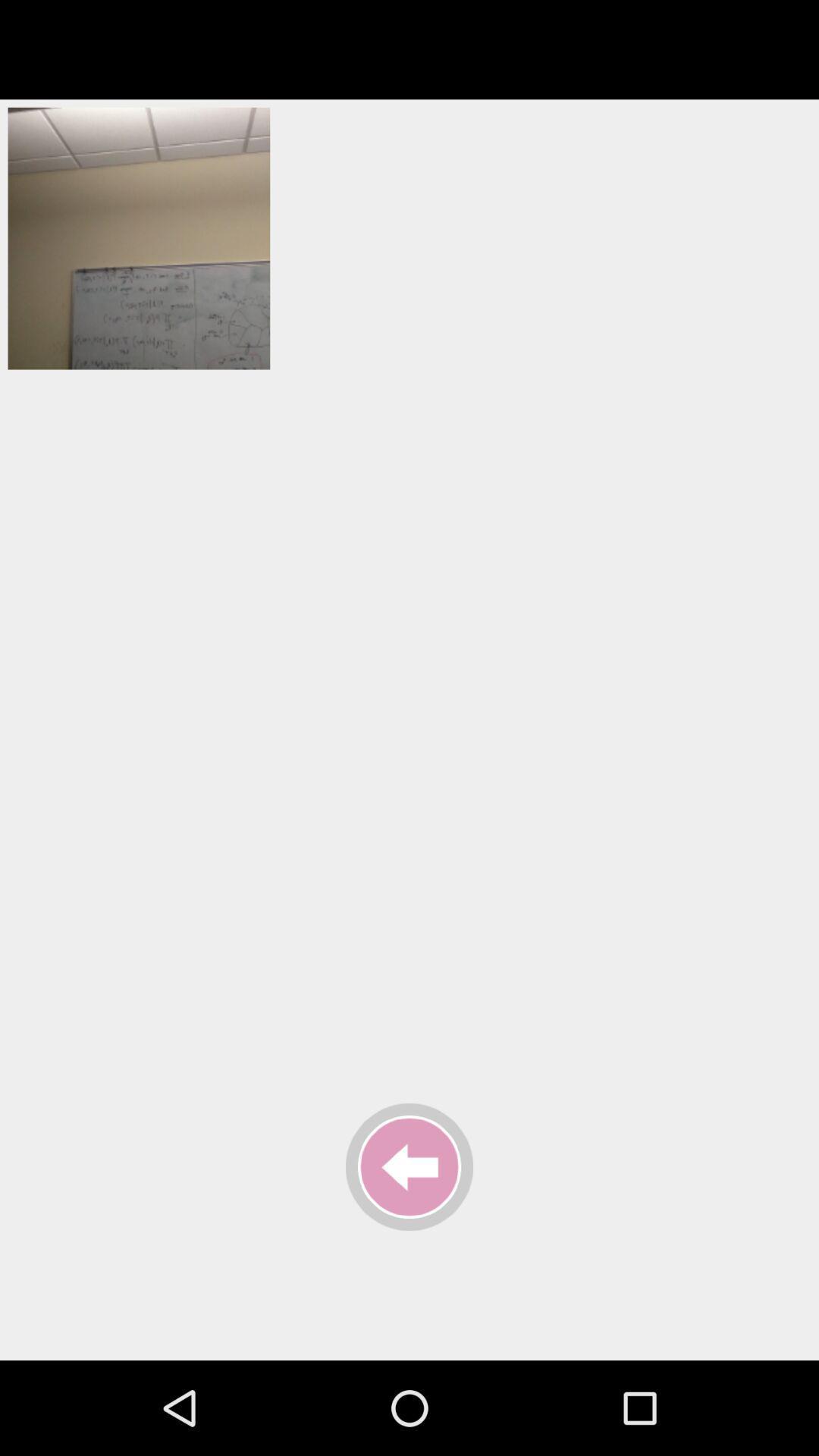 The height and width of the screenshot is (1456, 819). Describe the element at coordinates (409, 1166) in the screenshot. I see `go back` at that location.